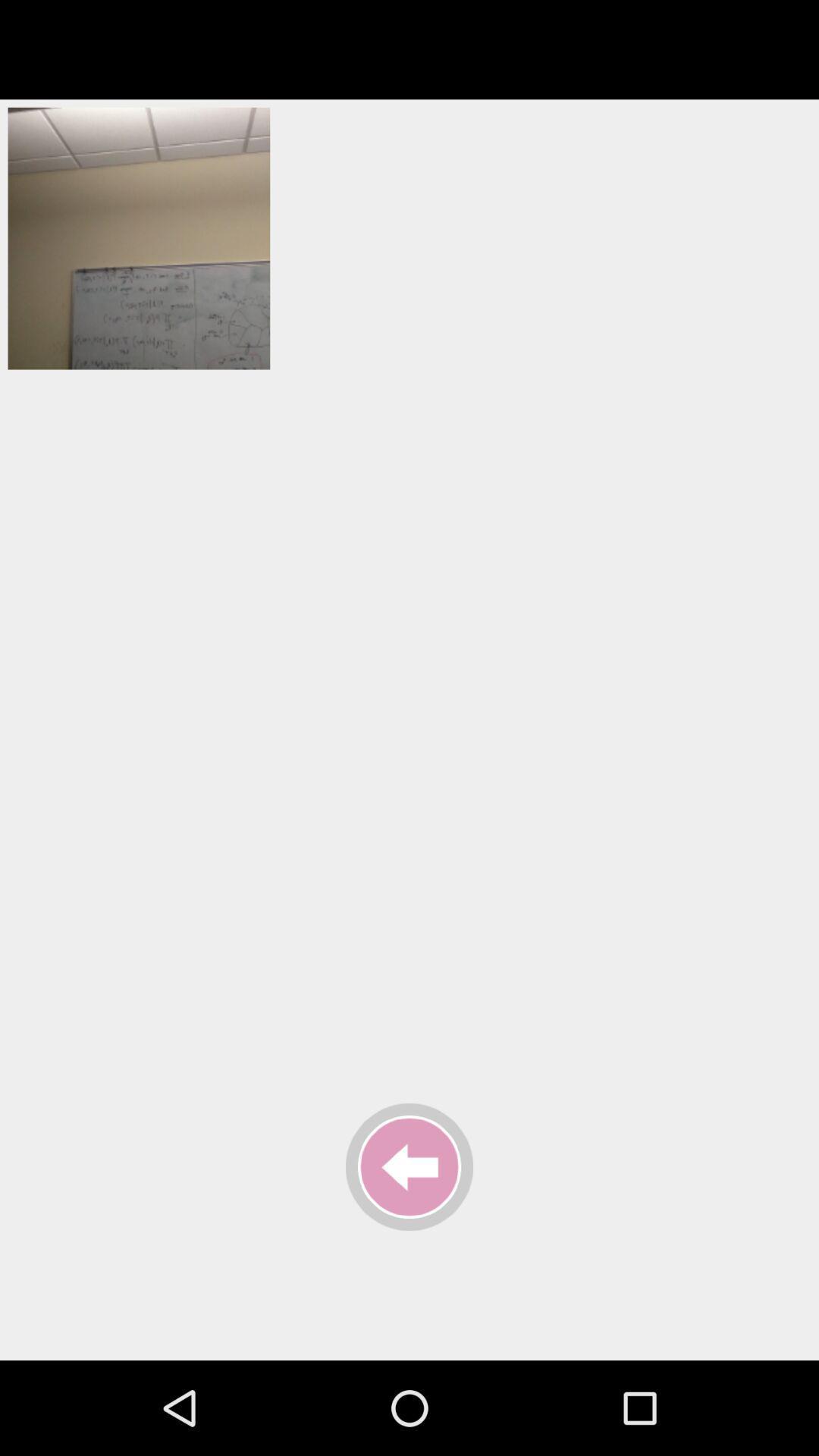 The height and width of the screenshot is (1456, 819). Describe the element at coordinates (409, 1166) in the screenshot. I see `go back` at that location.